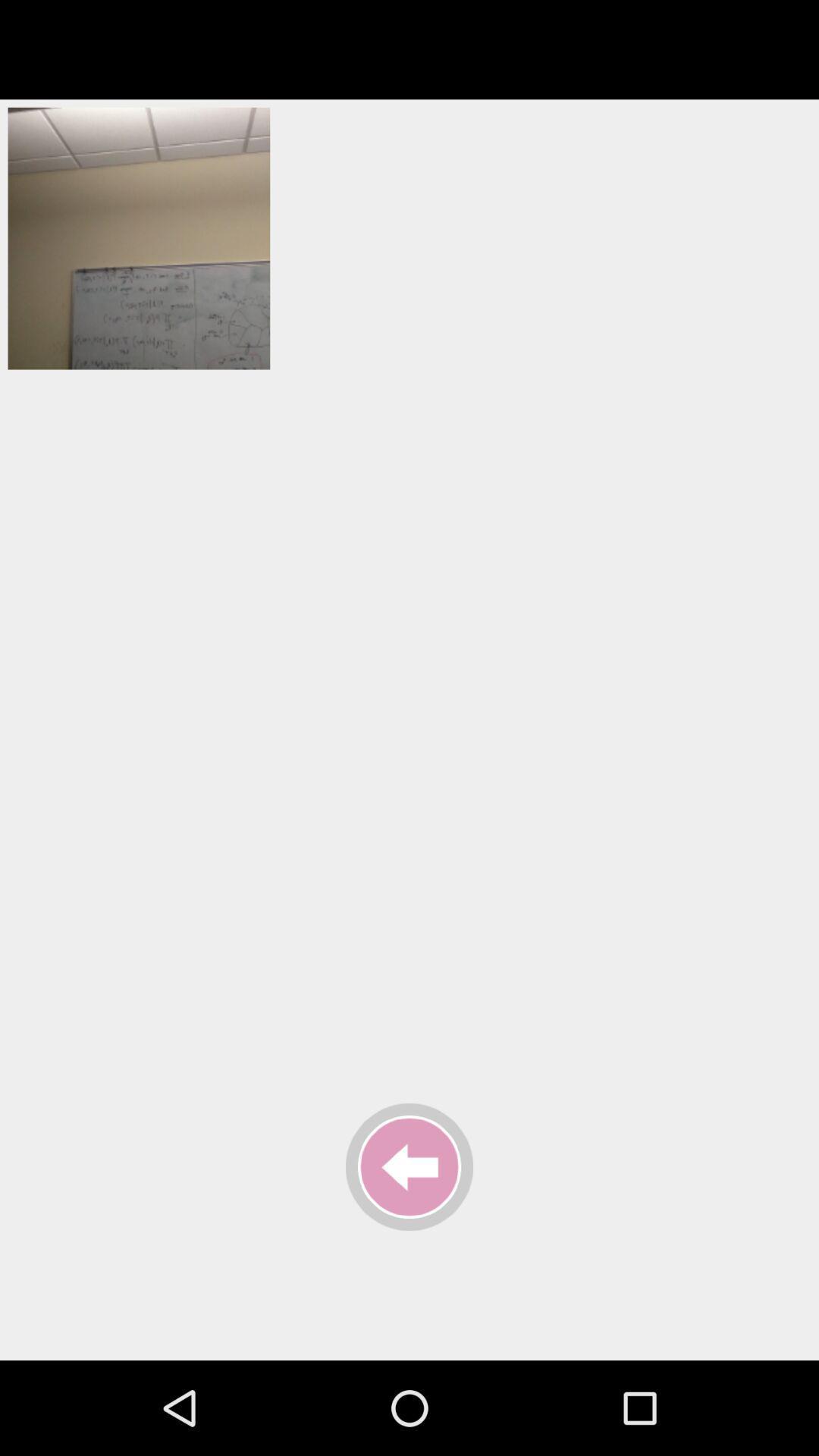 The height and width of the screenshot is (1456, 819). Describe the element at coordinates (409, 1166) in the screenshot. I see `go back` at that location.